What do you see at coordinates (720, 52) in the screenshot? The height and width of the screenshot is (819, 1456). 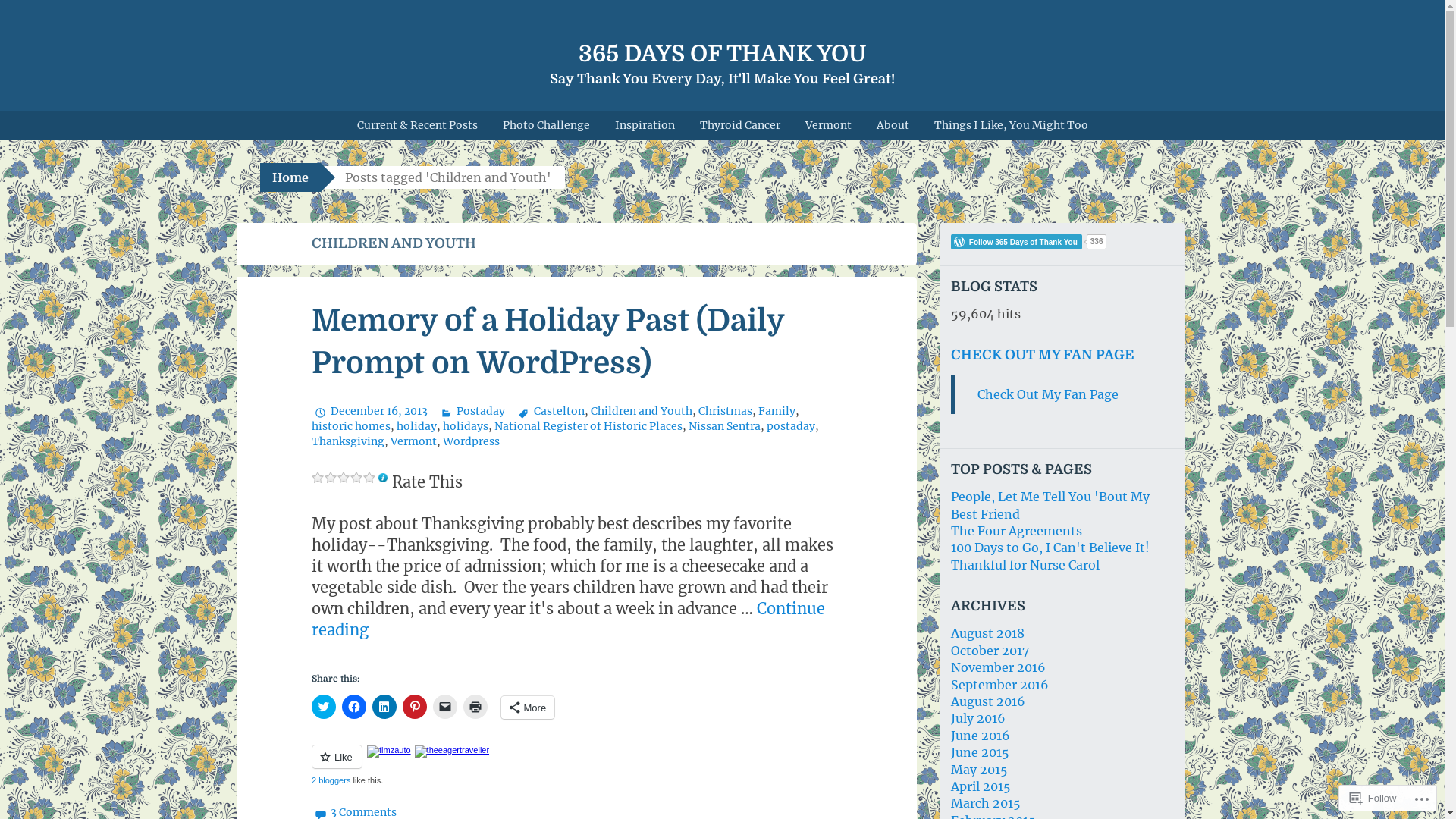 I see `'365 DAYS OF THANK YOU'` at bounding box center [720, 52].